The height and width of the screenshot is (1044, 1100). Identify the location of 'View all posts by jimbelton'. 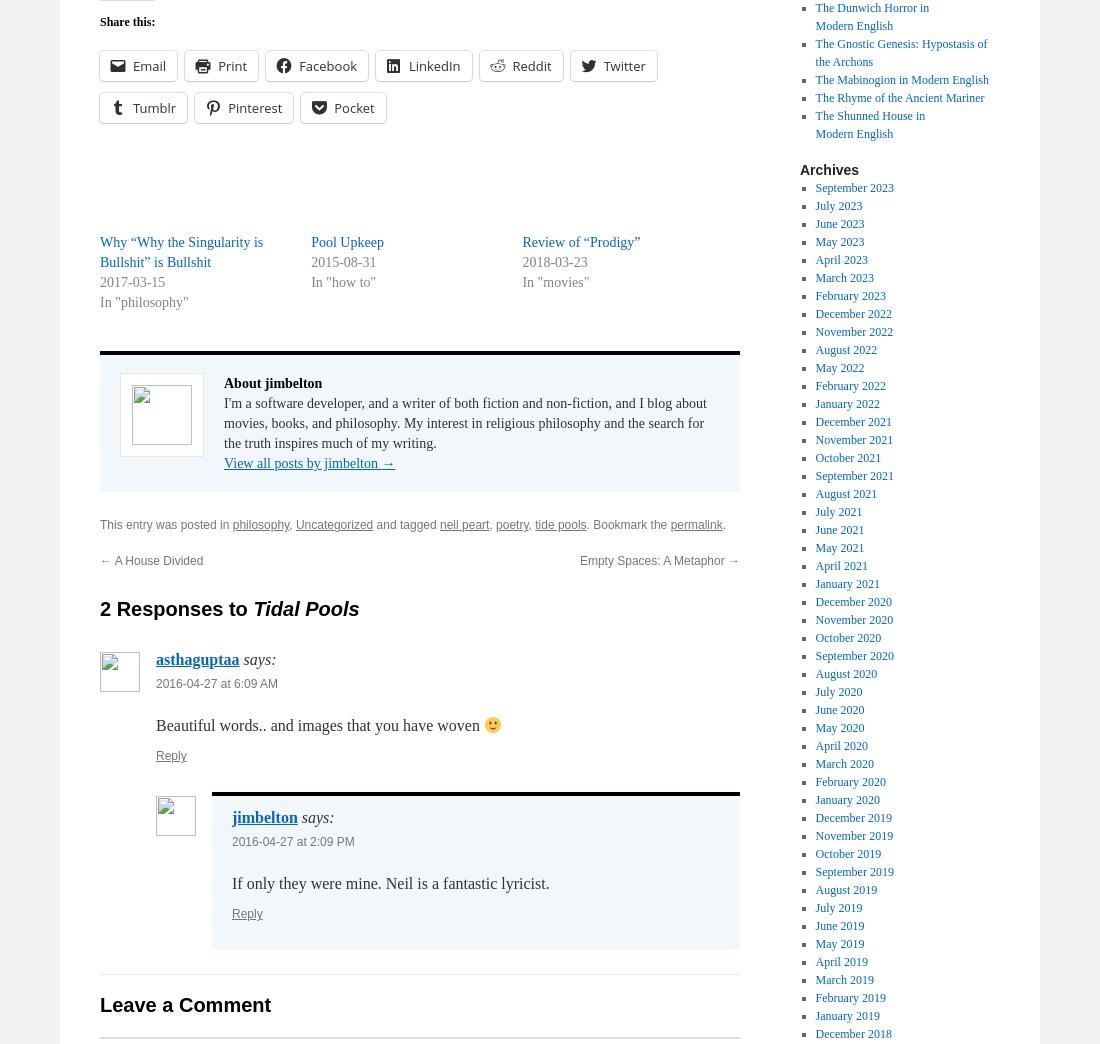
(301, 463).